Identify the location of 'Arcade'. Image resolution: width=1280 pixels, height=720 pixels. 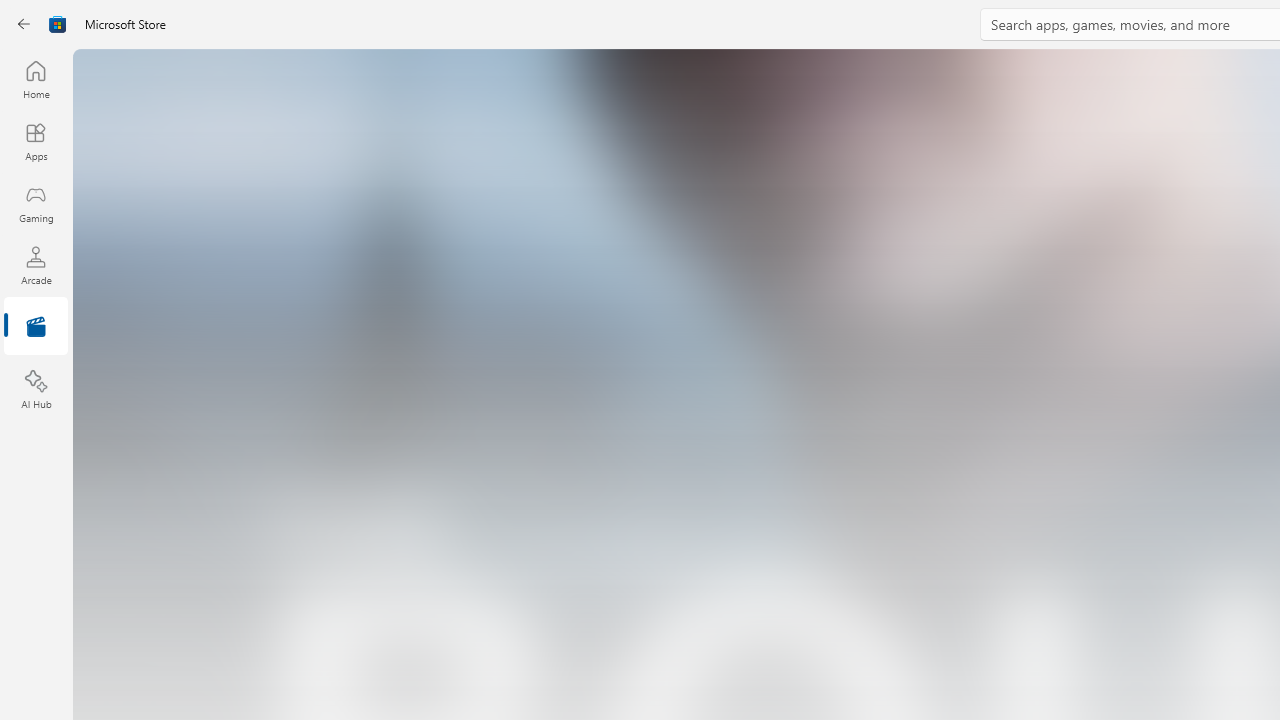
(35, 264).